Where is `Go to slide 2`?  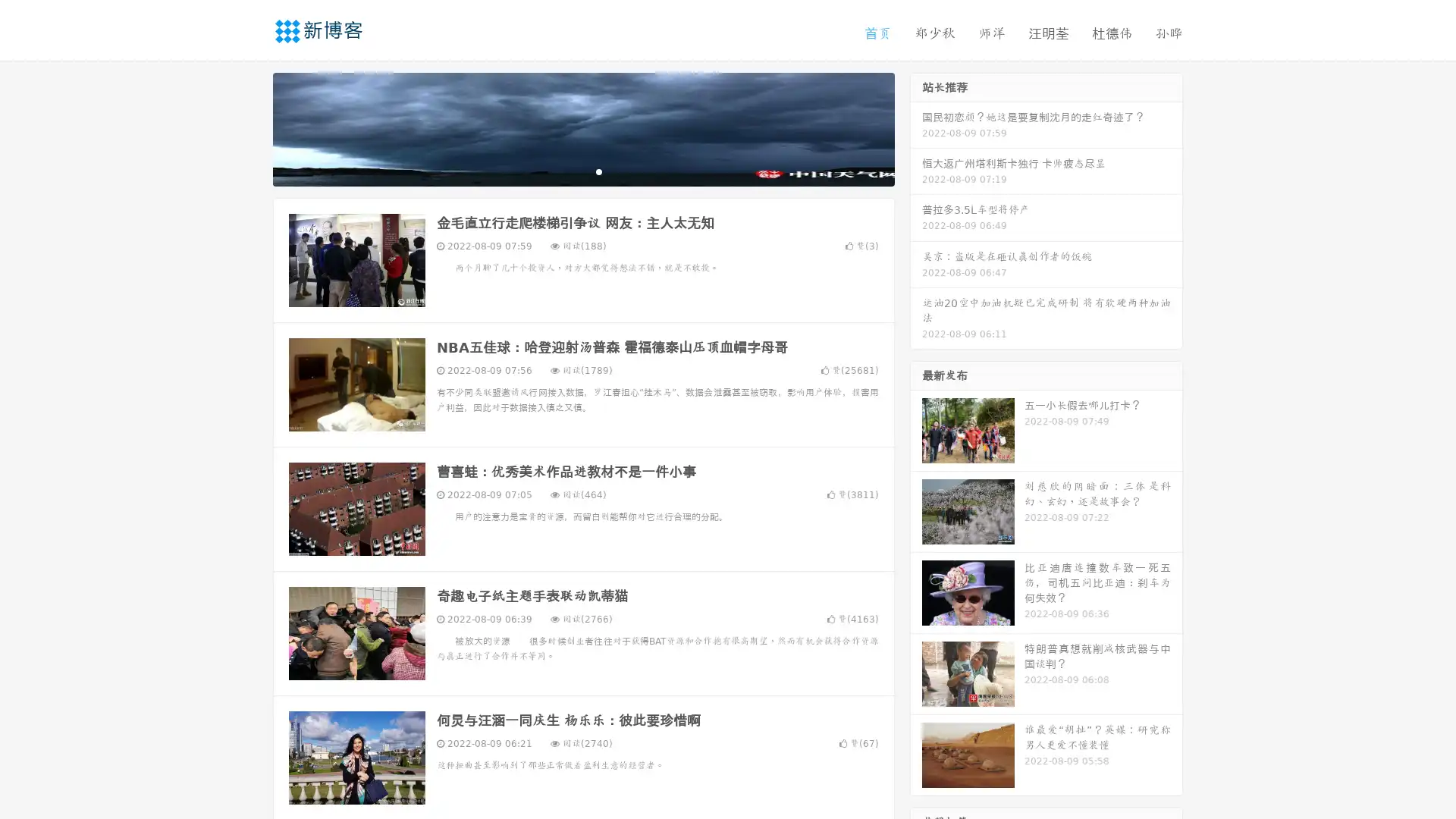 Go to slide 2 is located at coordinates (582, 171).